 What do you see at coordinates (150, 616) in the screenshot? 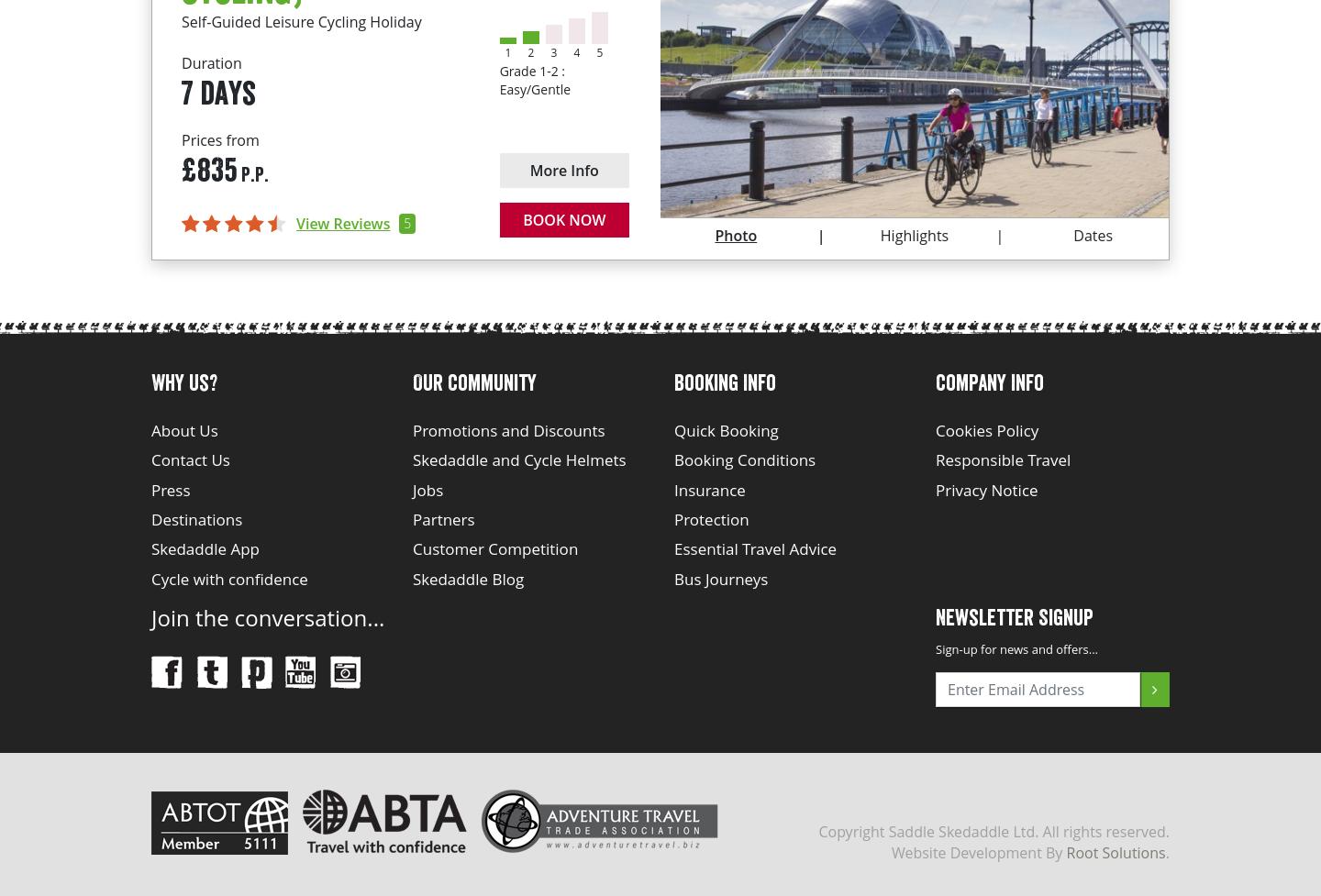
I see `'Join the conversation...'` at bounding box center [150, 616].